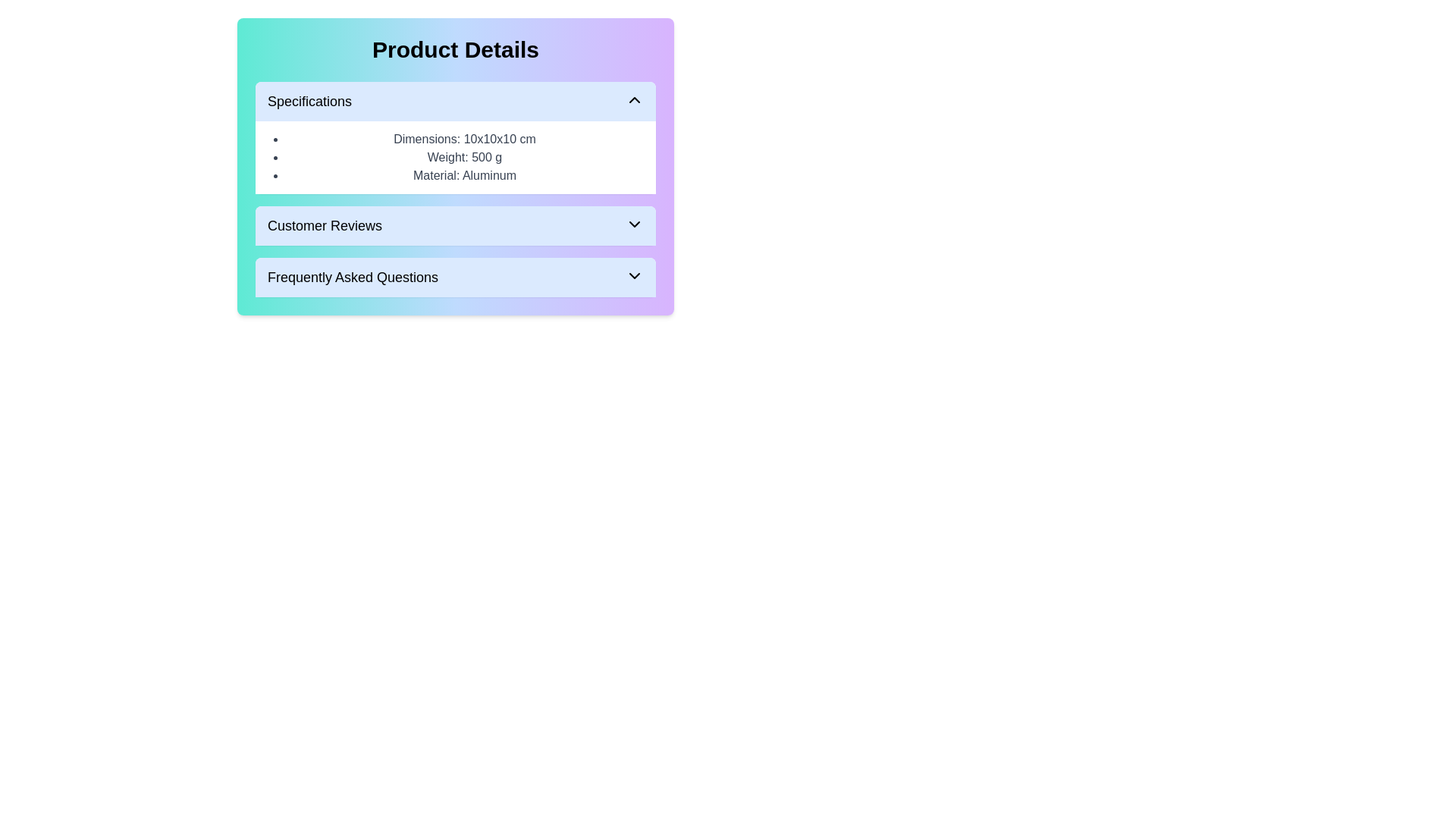 The image size is (1456, 819). What do you see at coordinates (634, 99) in the screenshot?
I see `the arrow icon located at the far-right end of the 'Specifications' header in the 'Product Details' section` at bounding box center [634, 99].